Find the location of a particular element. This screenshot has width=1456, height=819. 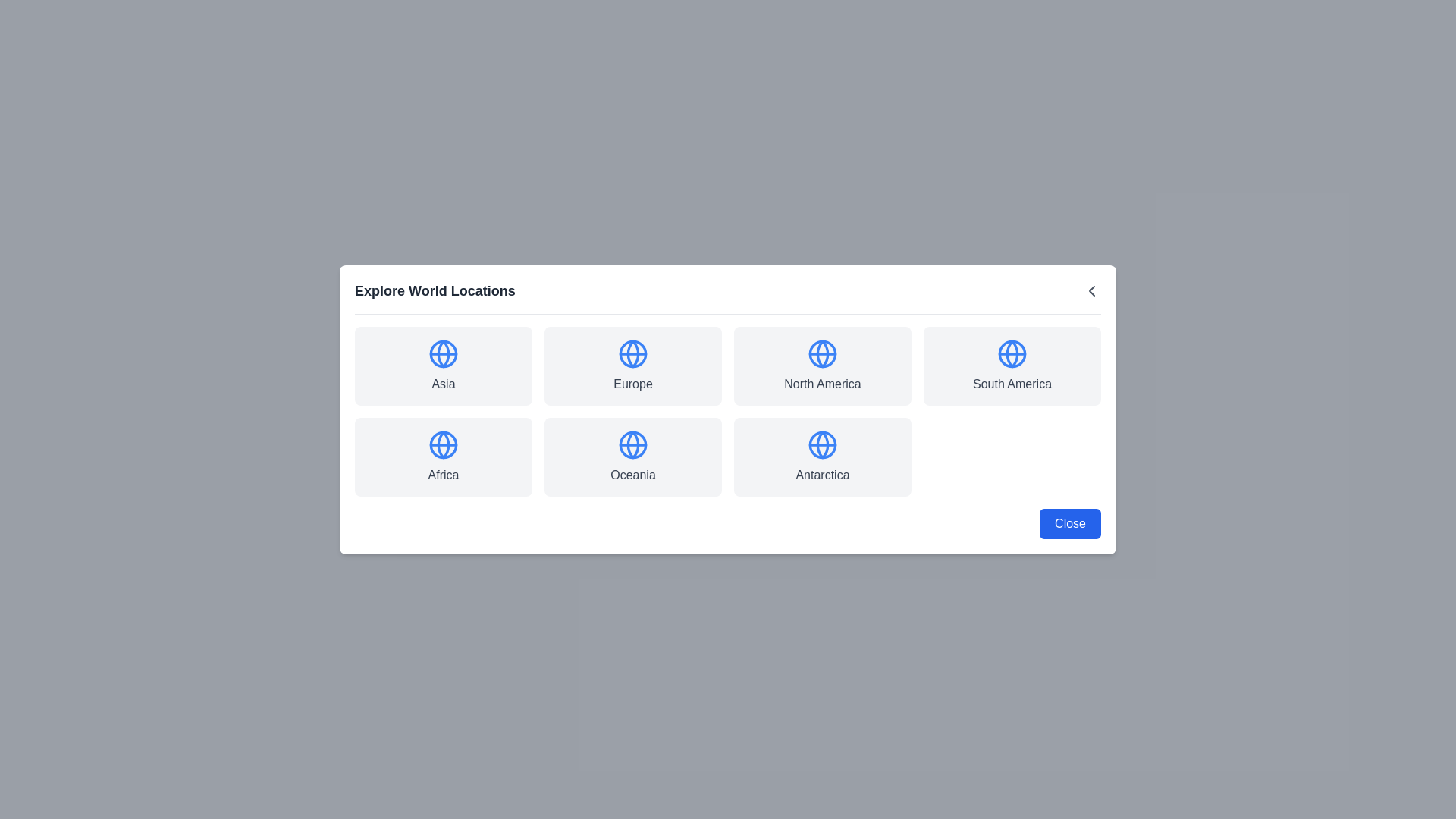

Close button in the footer of the dialog is located at coordinates (1069, 522).